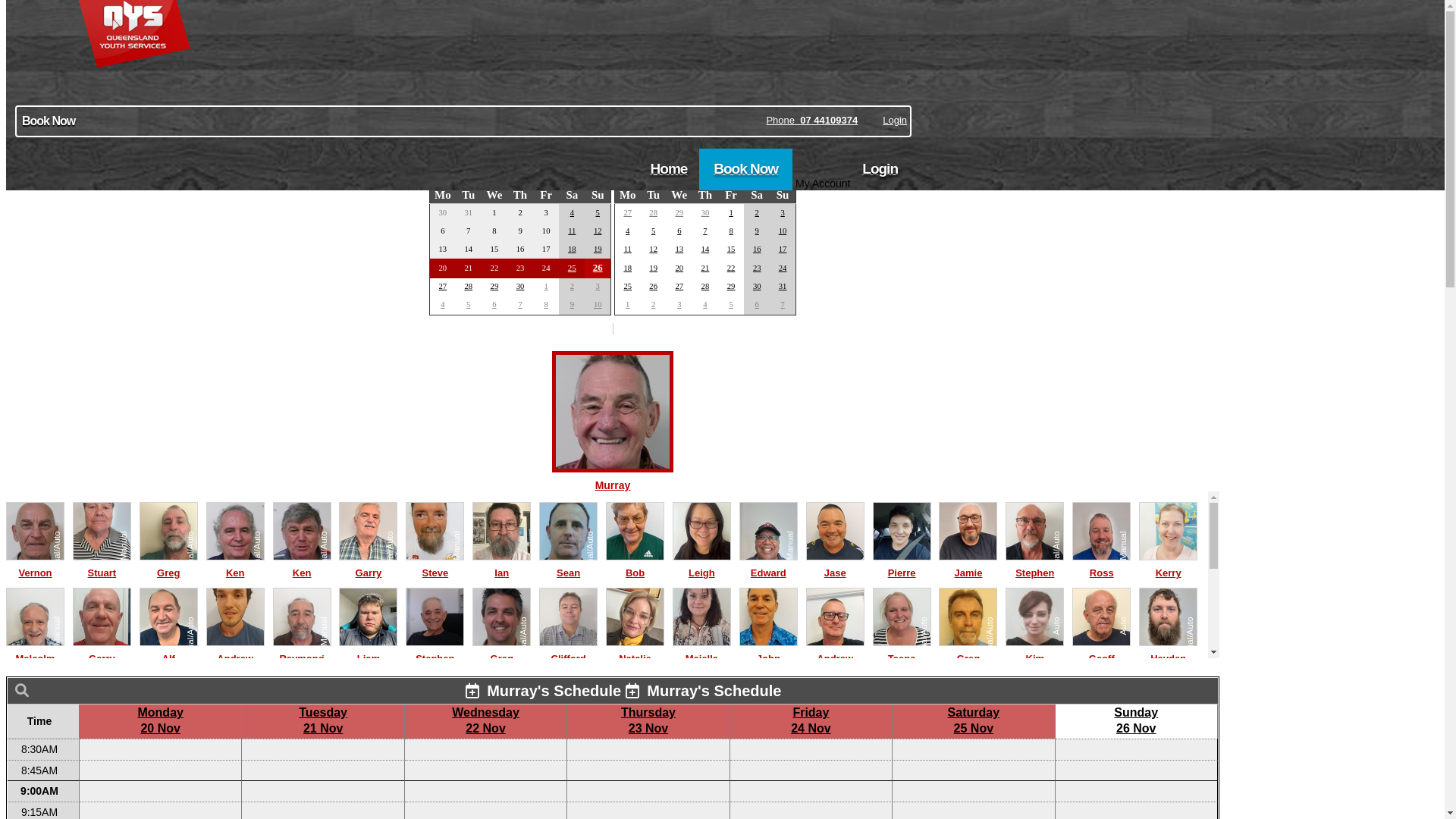  Describe the element at coordinates (101, 650) in the screenshot. I see `'Garry'` at that location.